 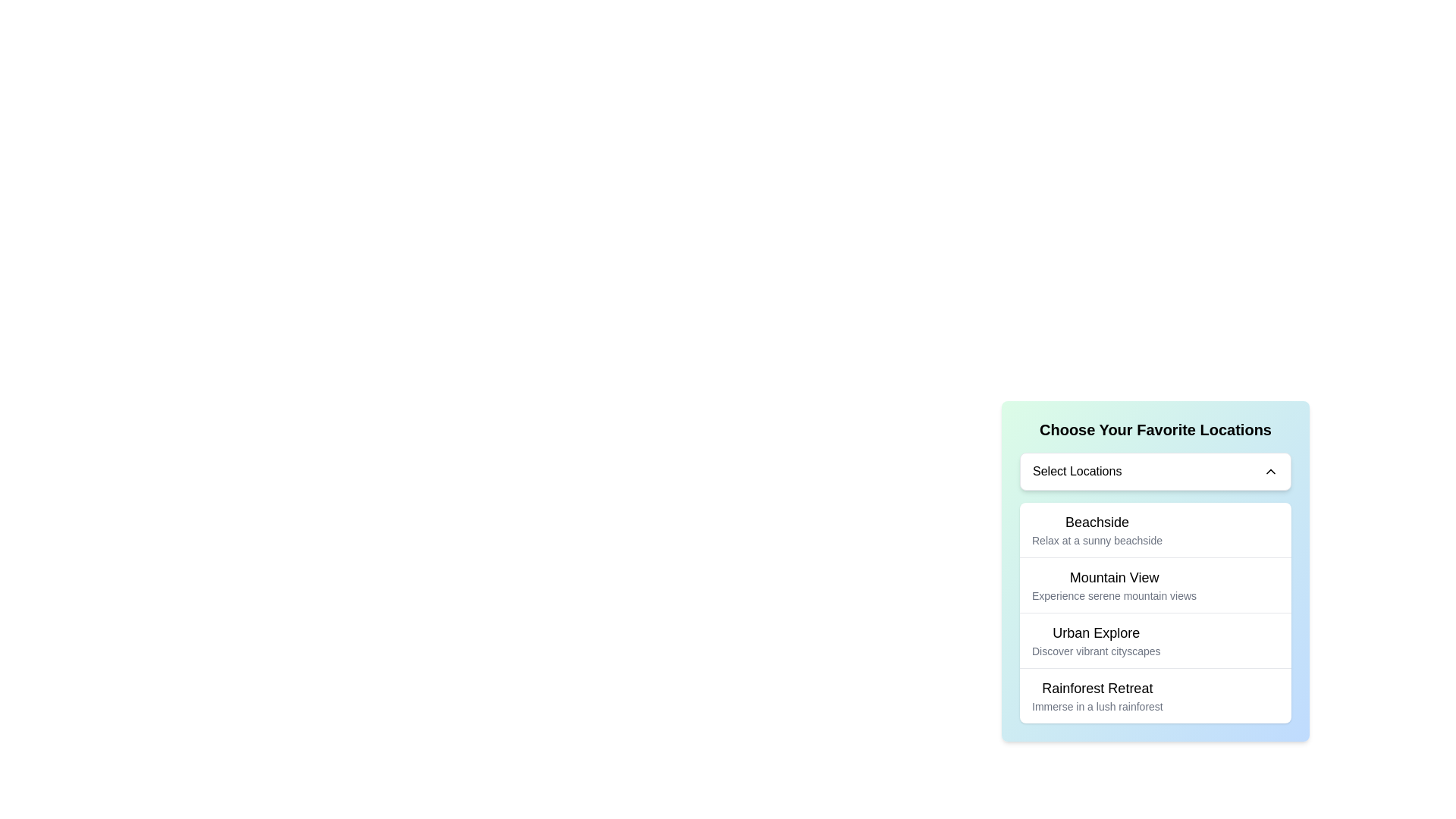 What do you see at coordinates (1114, 584) in the screenshot?
I see `the text label that reads 'Mountain View' which is the second element under 'Choose Your Favorite Locations'` at bounding box center [1114, 584].